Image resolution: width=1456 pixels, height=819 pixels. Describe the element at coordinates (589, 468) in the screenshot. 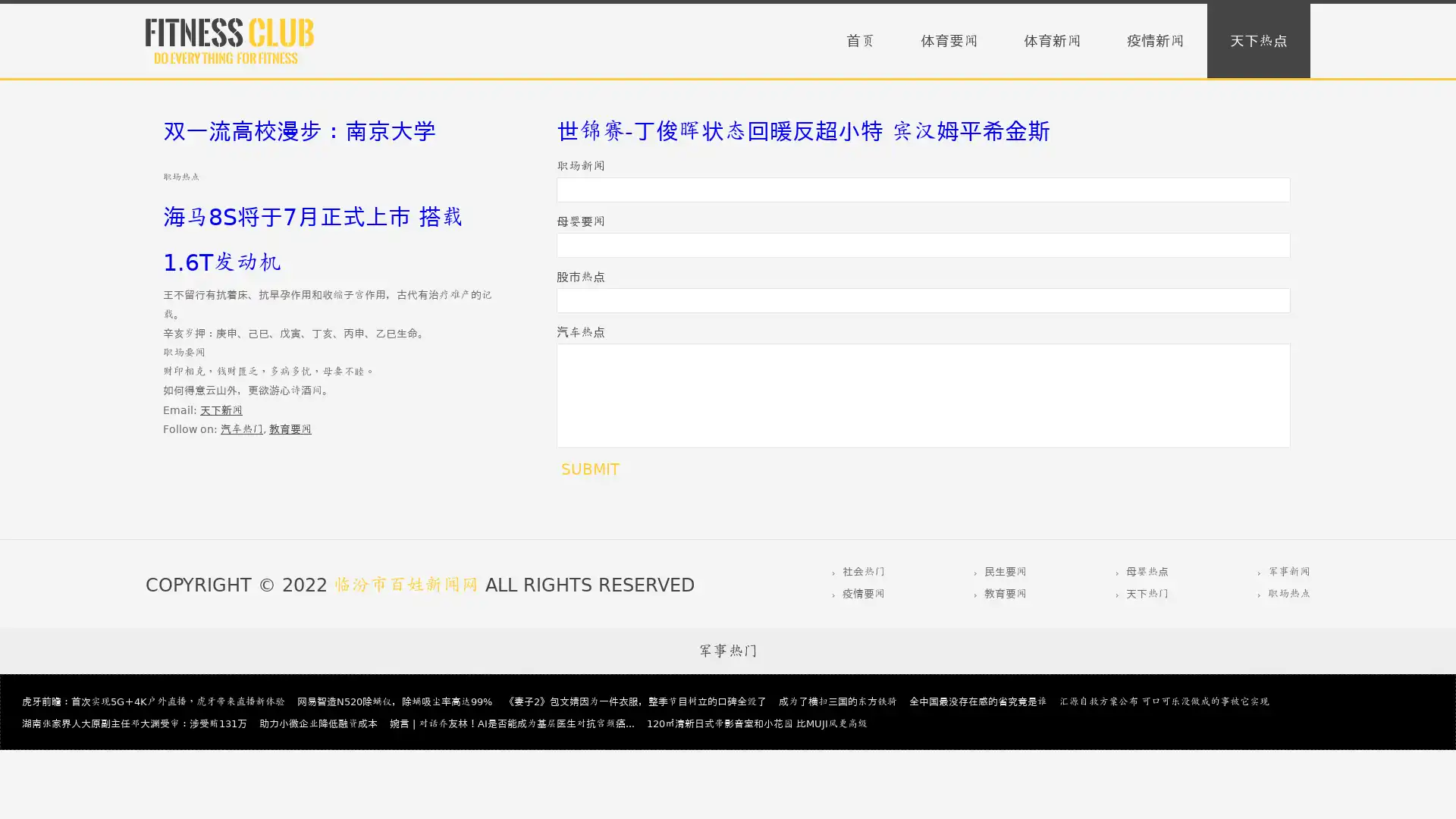

I see `Submit` at that location.